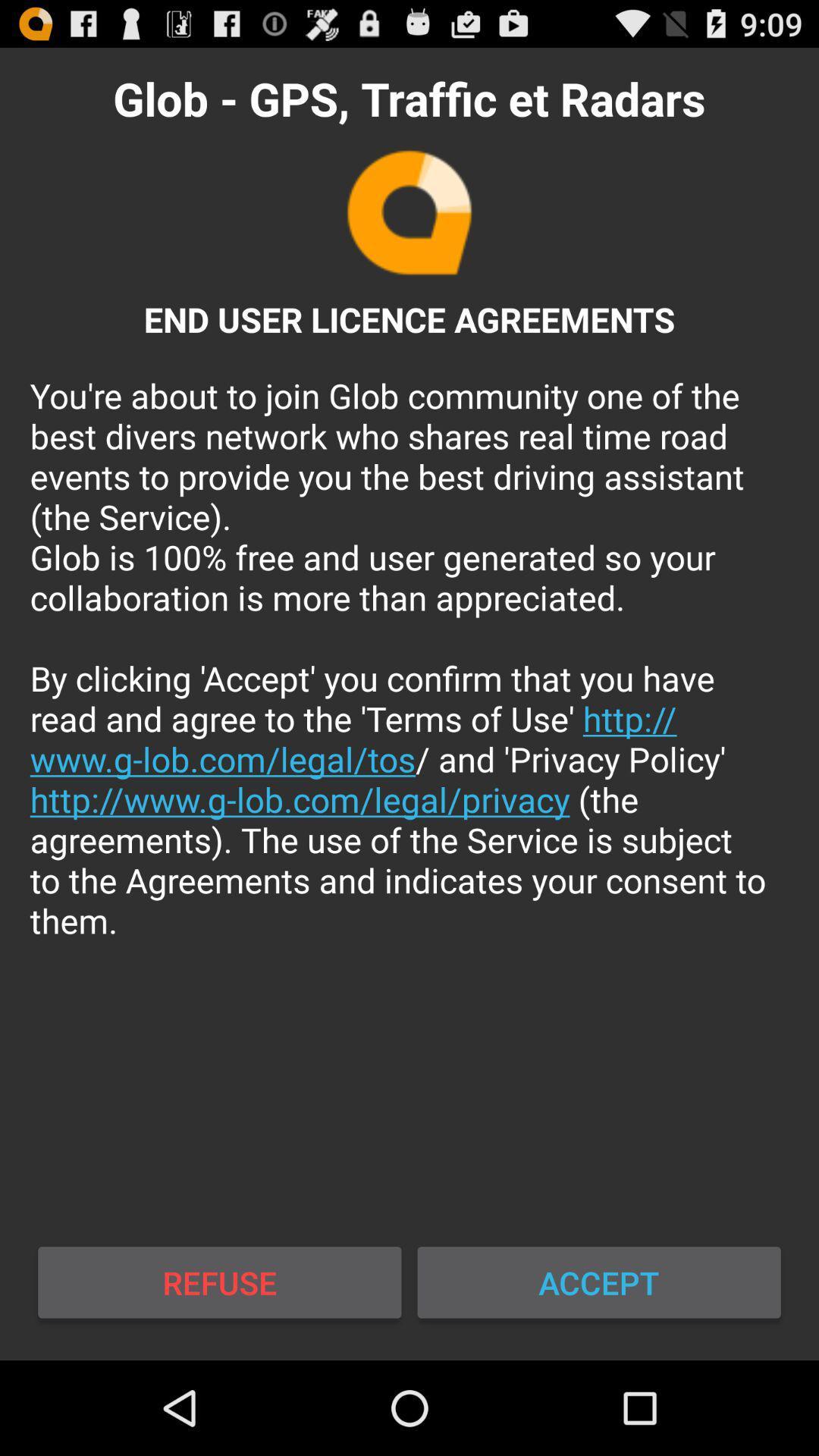 Image resolution: width=819 pixels, height=1456 pixels. I want to click on the refuse icon, so click(219, 1282).